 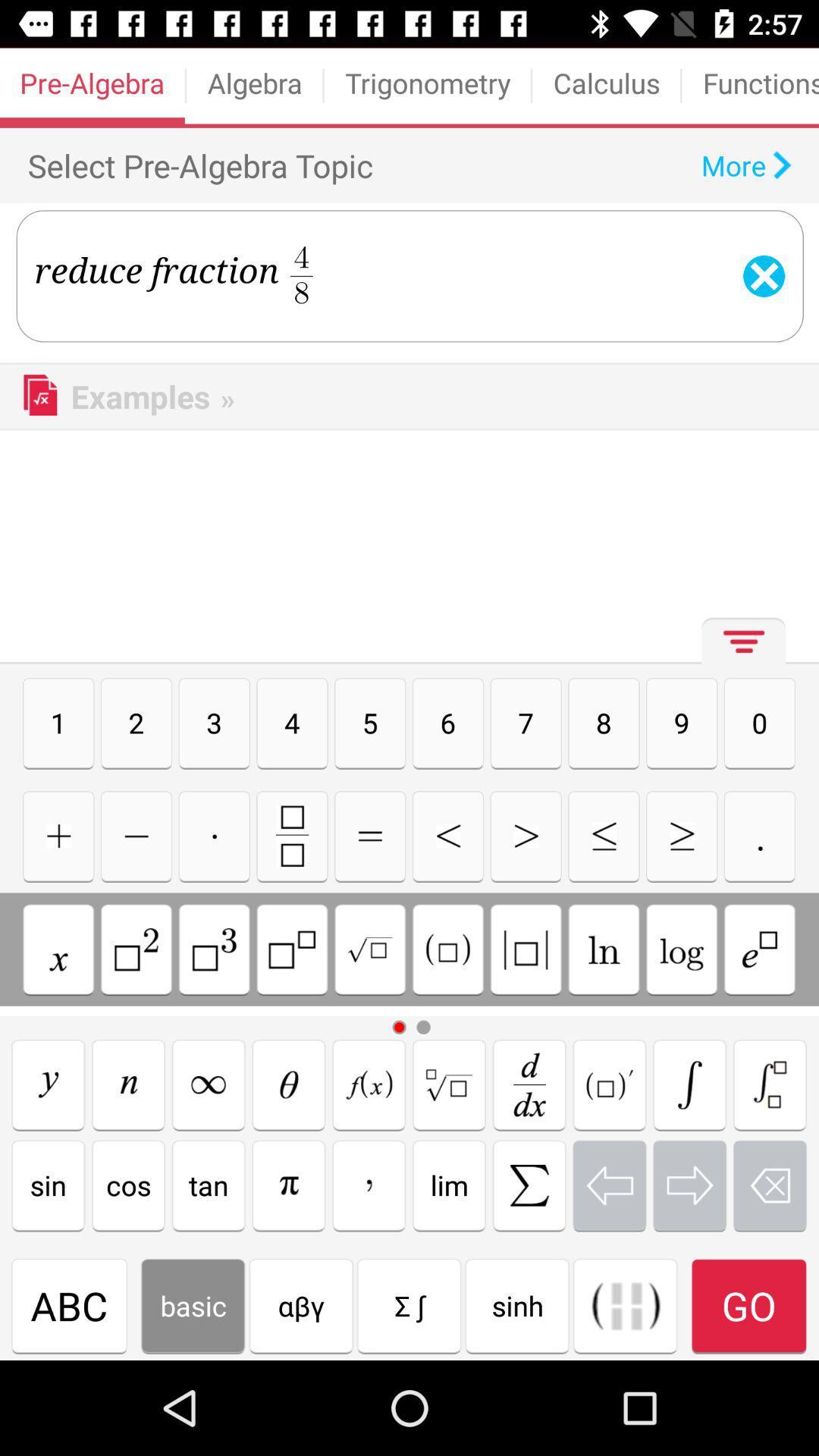 What do you see at coordinates (760, 835) in the screenshot?
I see `point type` at bounding box center [760, 835].